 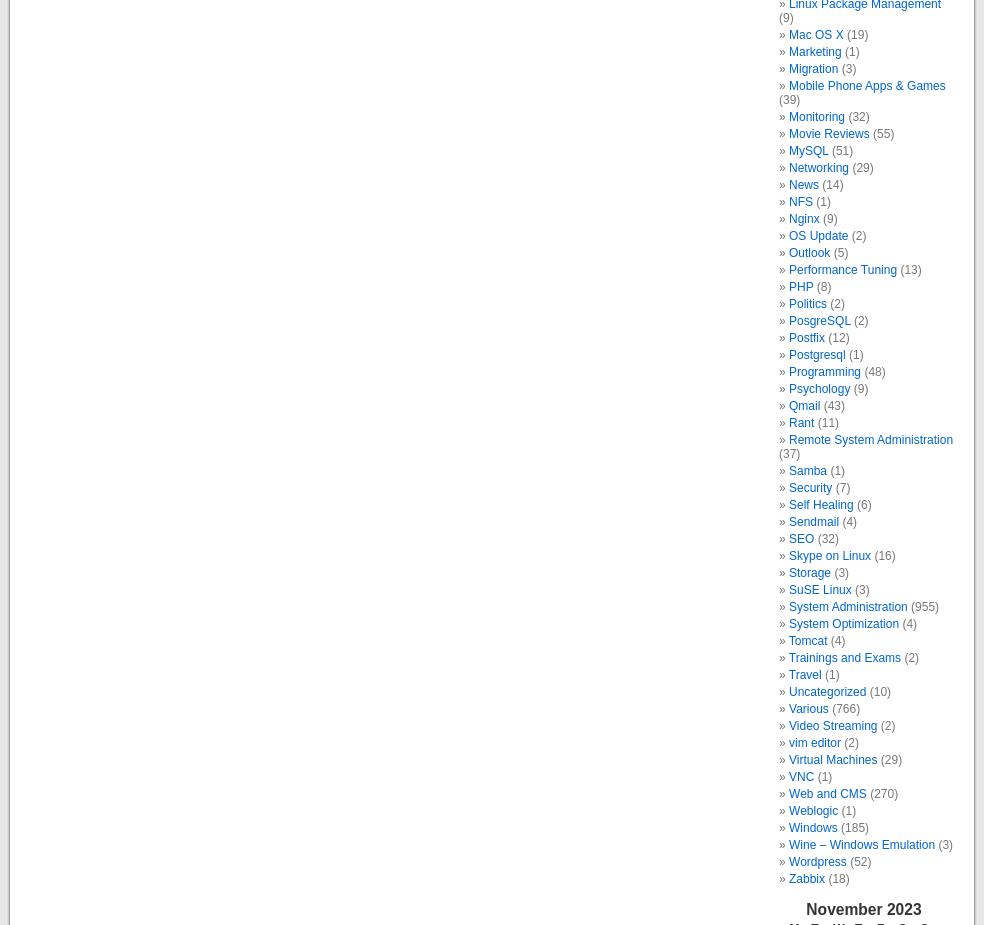 What do you see at coordinates (835, 336) in the screenshot?
I see `'(12)'` at bounding box center [835, 336].